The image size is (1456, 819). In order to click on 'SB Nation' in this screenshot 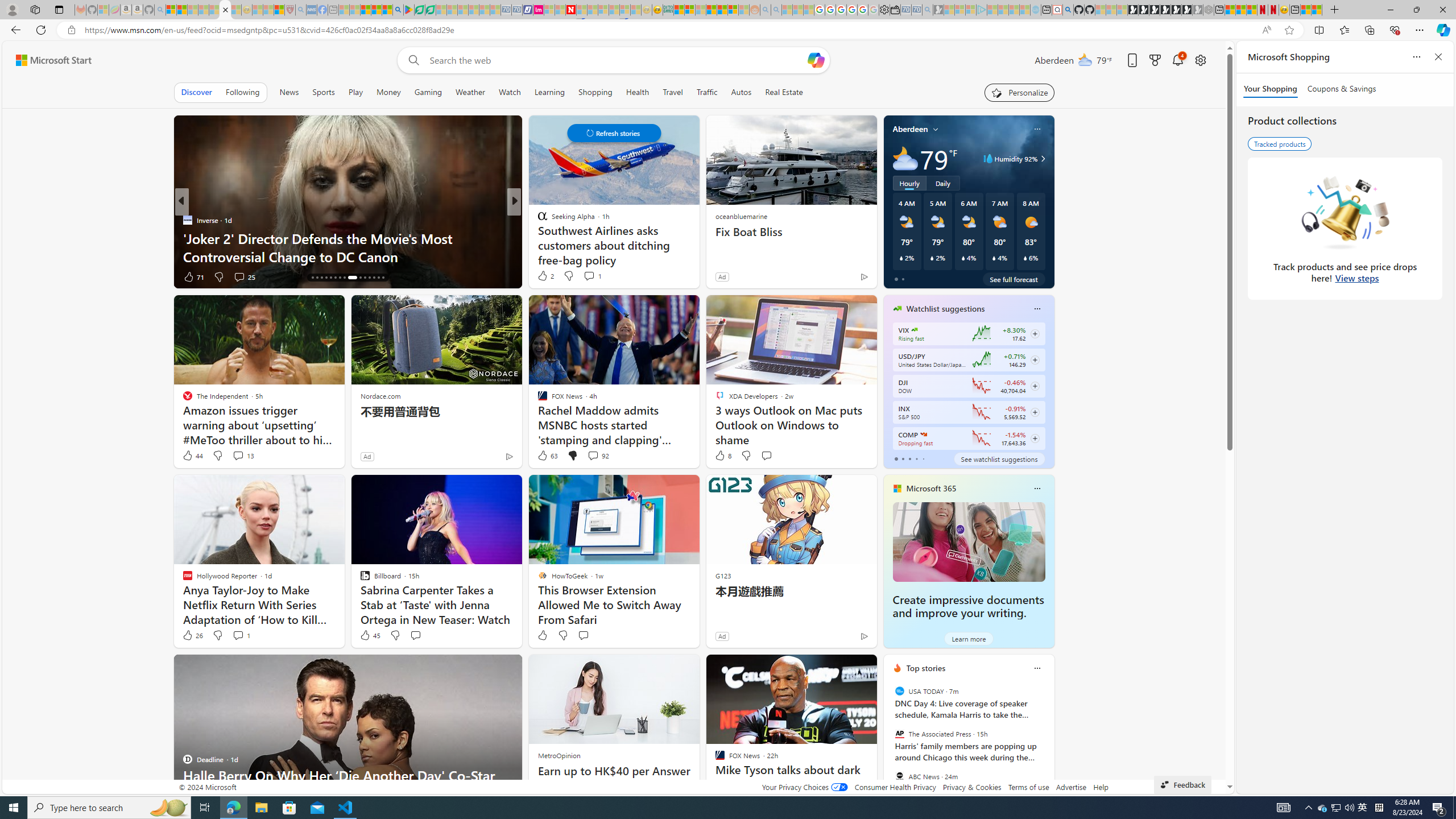, I will do `click(537, 220)`.